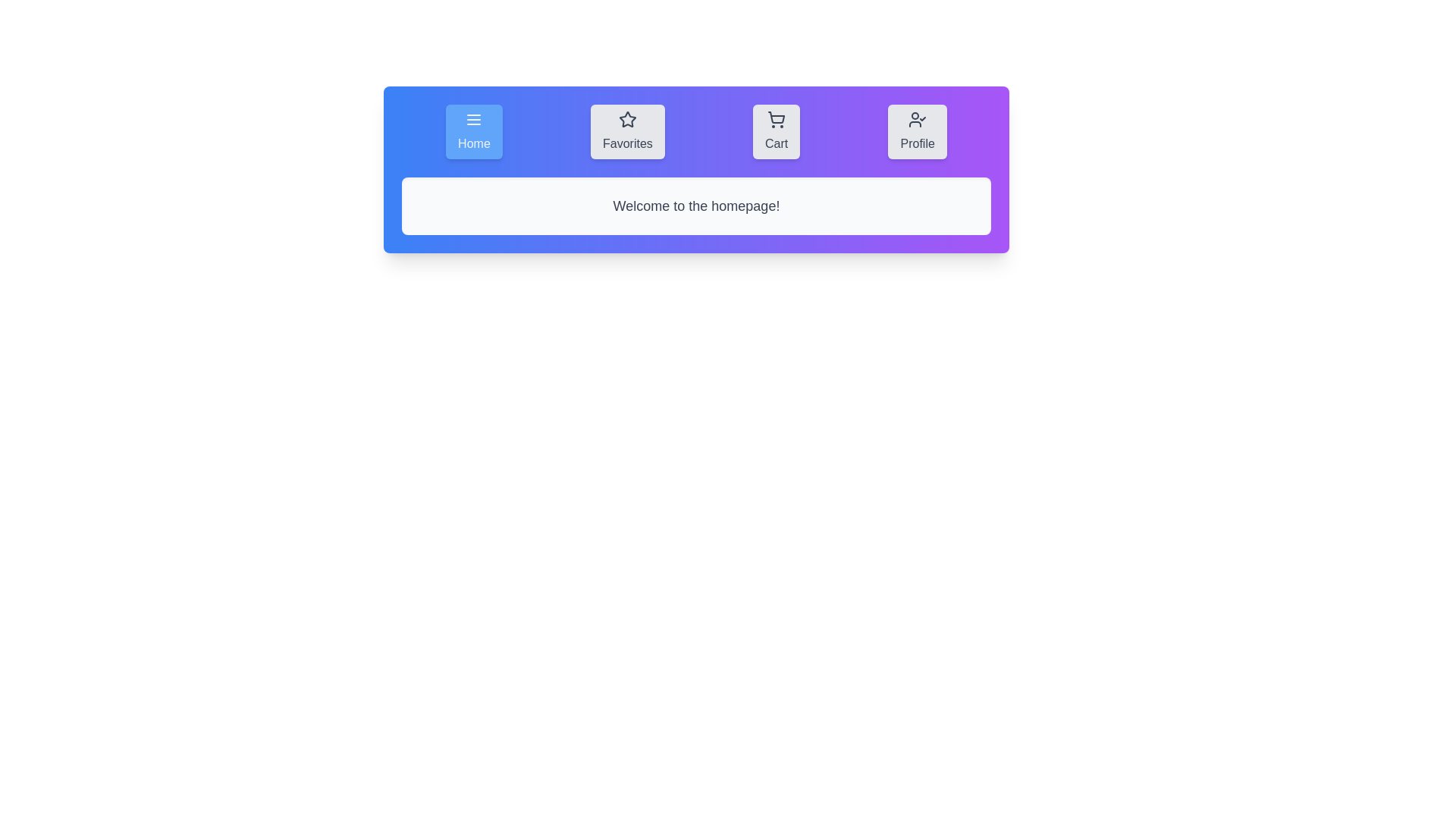 This screenshot has height=819, width=1456. What do you see at coordinates (473, 143) in the screenshot?
I see `text displayed in the 'Home' label located under the menu icon in the first button of the navigation bar` at bounding box center [473, 143].